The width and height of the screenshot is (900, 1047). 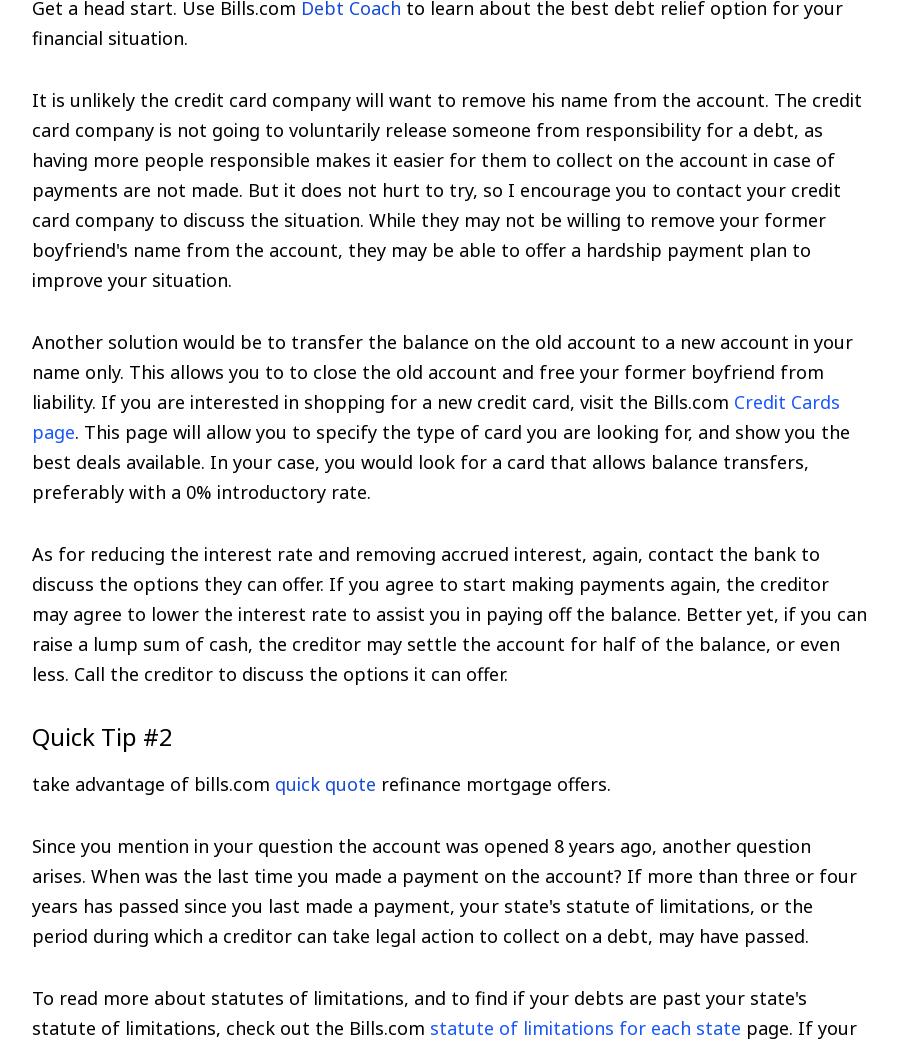 What do you see at coordinates (101, 736) in the screenshot?
I see `'Quick Tip #2'` at bounding box center [101, 736].